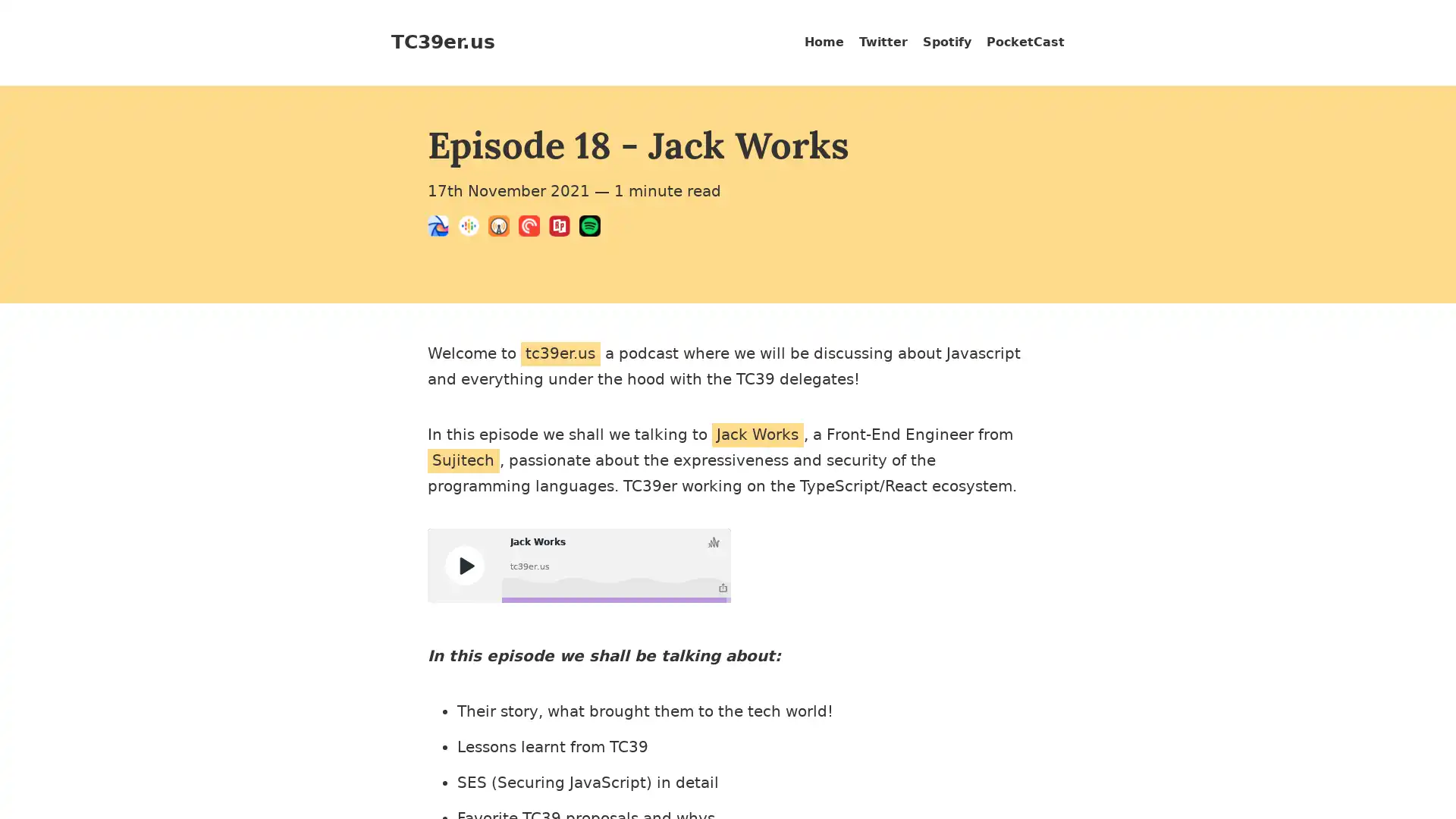 The image size is (1456, 819). What do you see at coordinates (593, 228) in the screenshot?
I see `Spotify Logo` at bounding box center [593, 228].